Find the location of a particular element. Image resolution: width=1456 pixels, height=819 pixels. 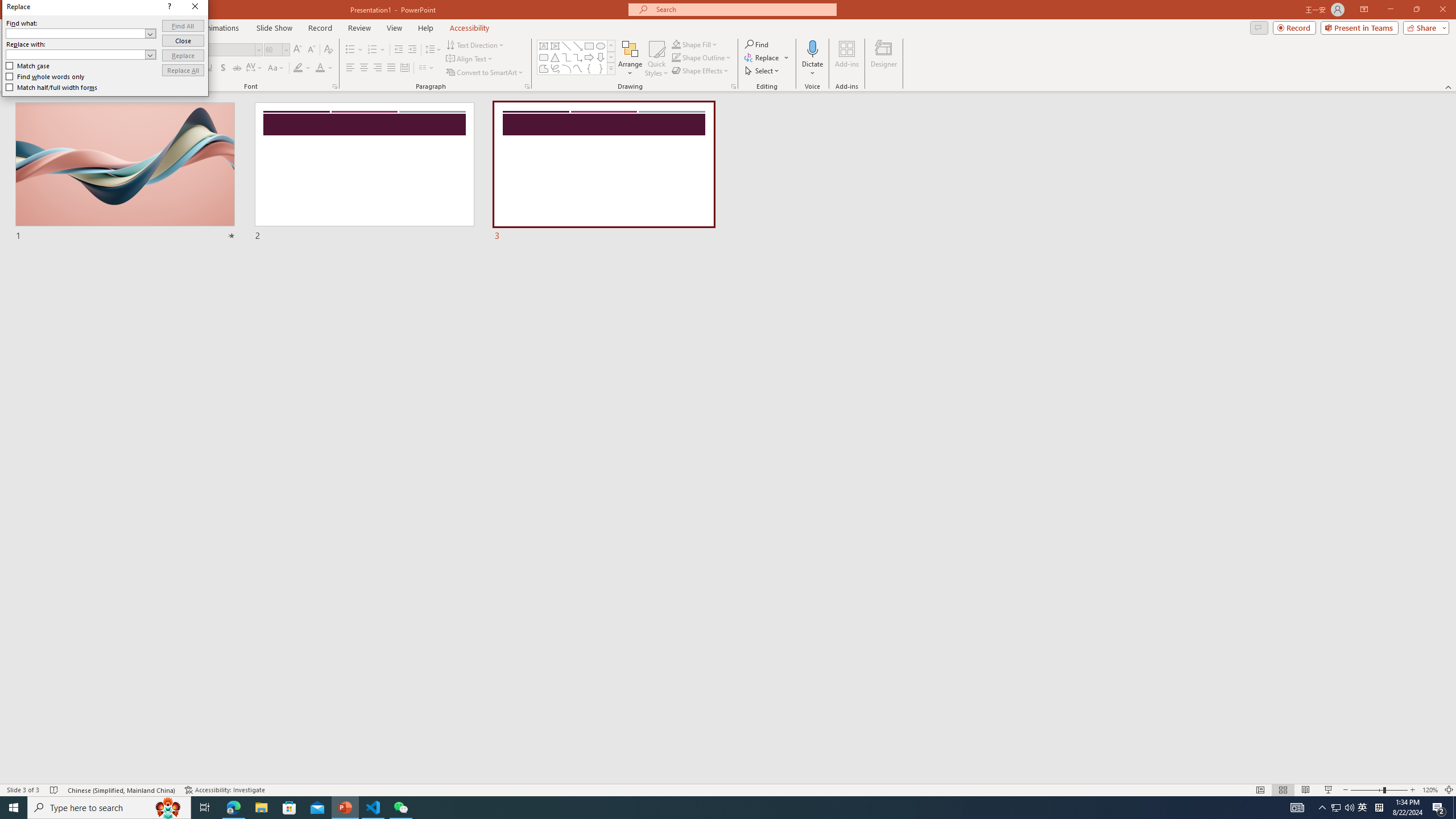

'Replace with' is located at coordinates (81, 54).